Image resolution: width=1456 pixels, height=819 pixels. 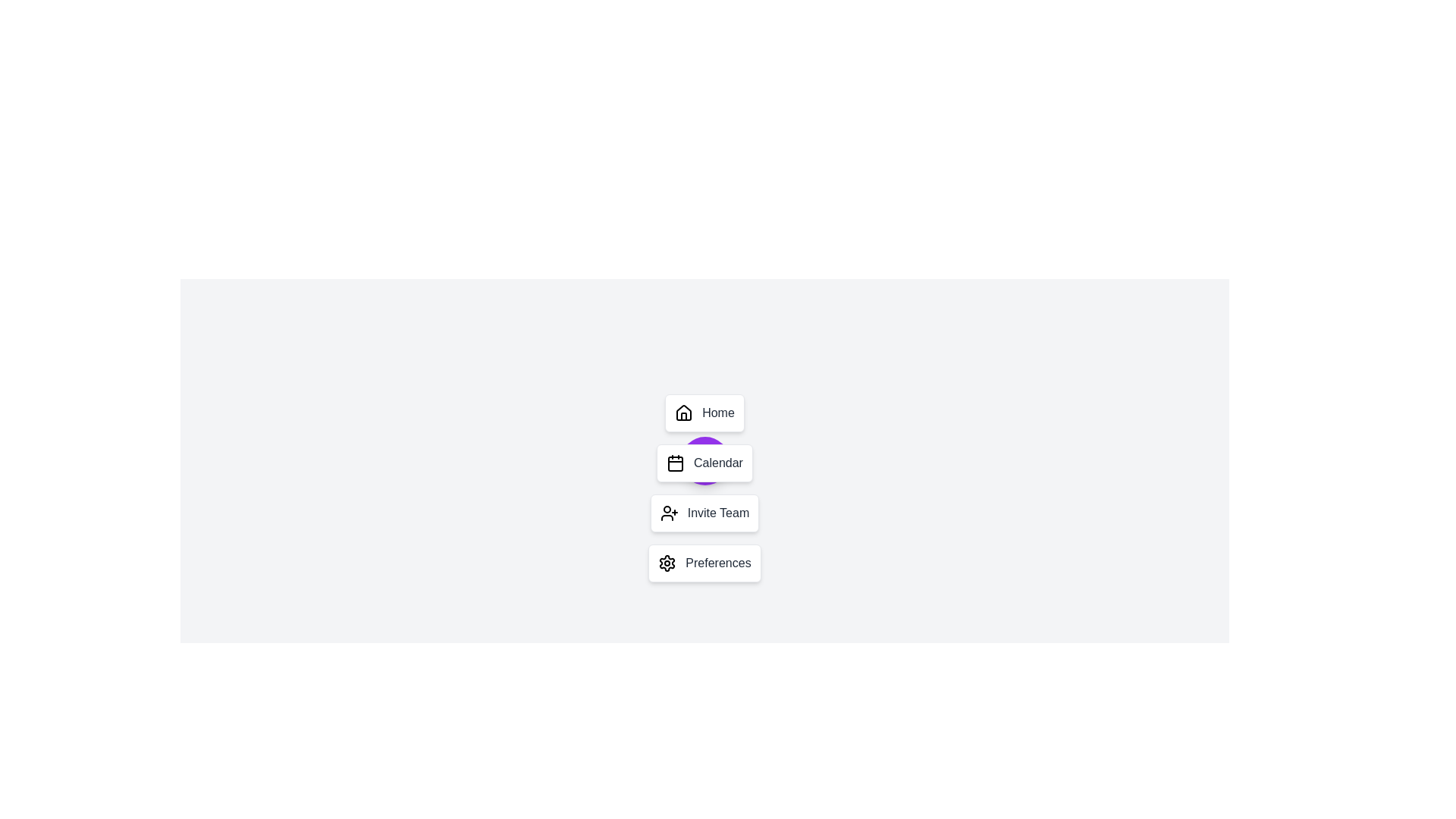 I want to click on the gear icon representing settings, located to the left of the 'Preferences' label within the 'Preferences' button, so click(x=667, y=563).